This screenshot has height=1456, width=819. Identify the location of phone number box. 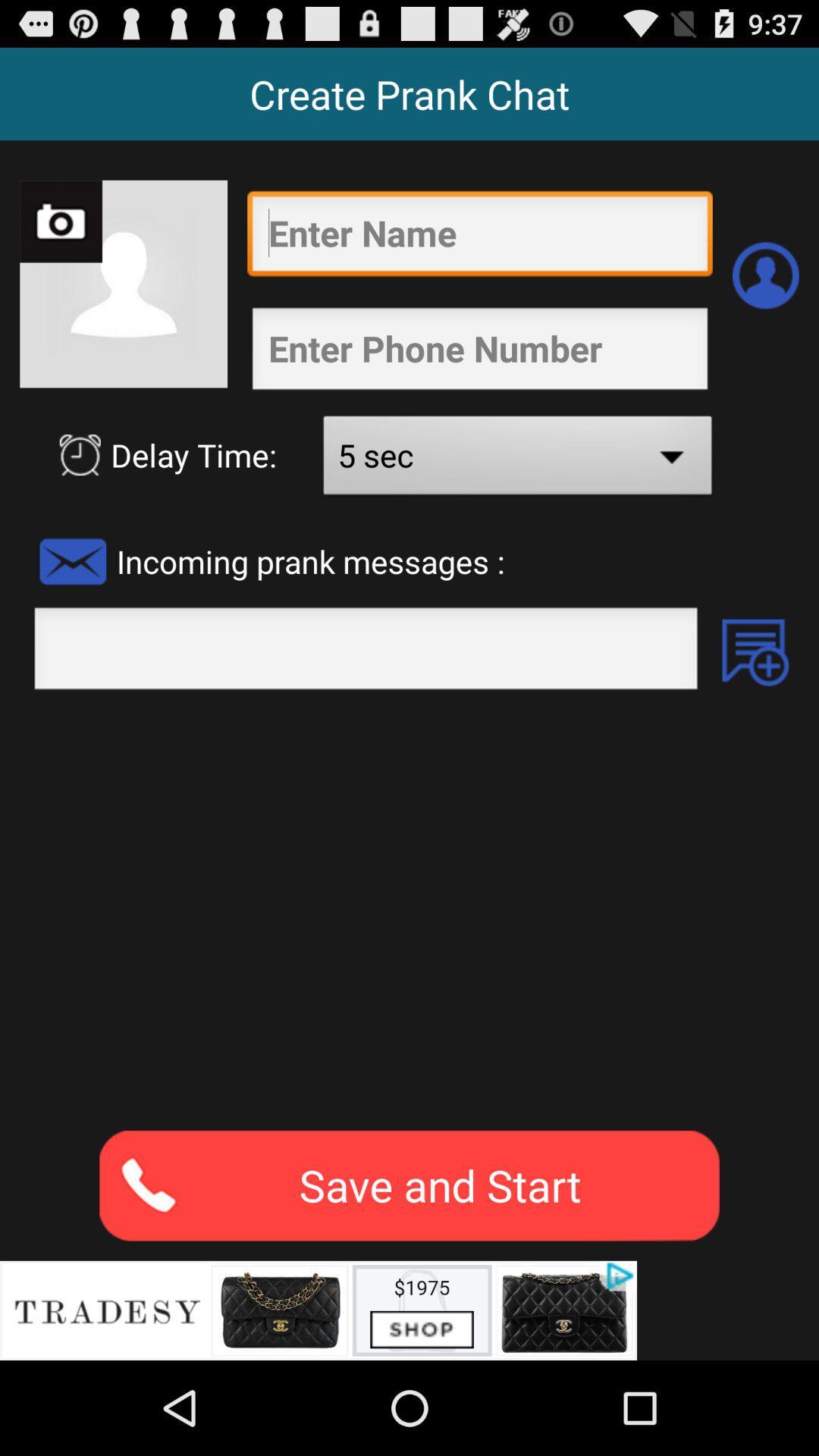
(479, 352).